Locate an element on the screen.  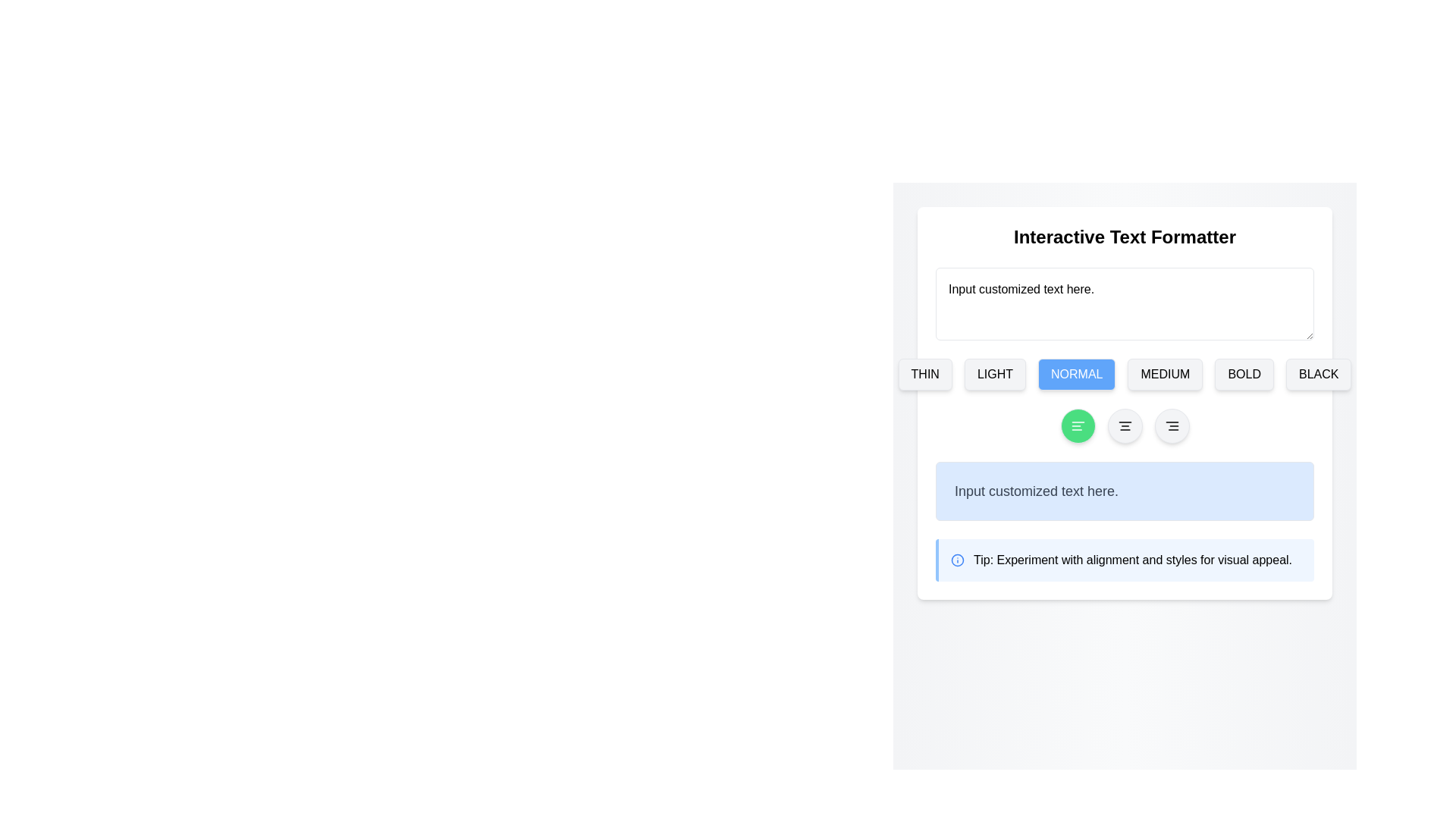
the 'LIGHT' text formatting button, which is the second button in a horizontal group of six buttons is located at coordinates (995, 374).